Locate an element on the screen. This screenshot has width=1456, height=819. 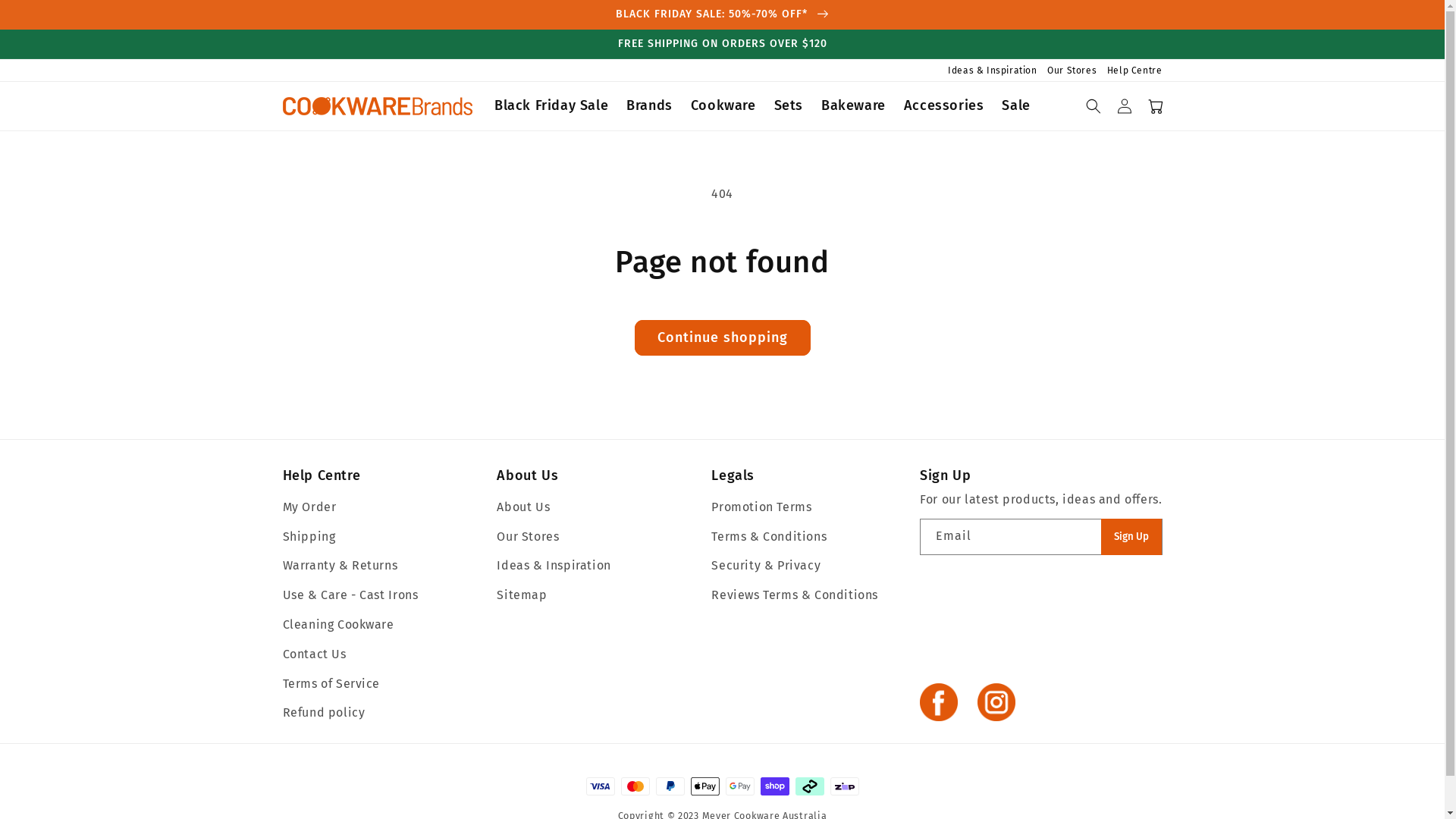
'About Us' is located at coordinates (523, 507).